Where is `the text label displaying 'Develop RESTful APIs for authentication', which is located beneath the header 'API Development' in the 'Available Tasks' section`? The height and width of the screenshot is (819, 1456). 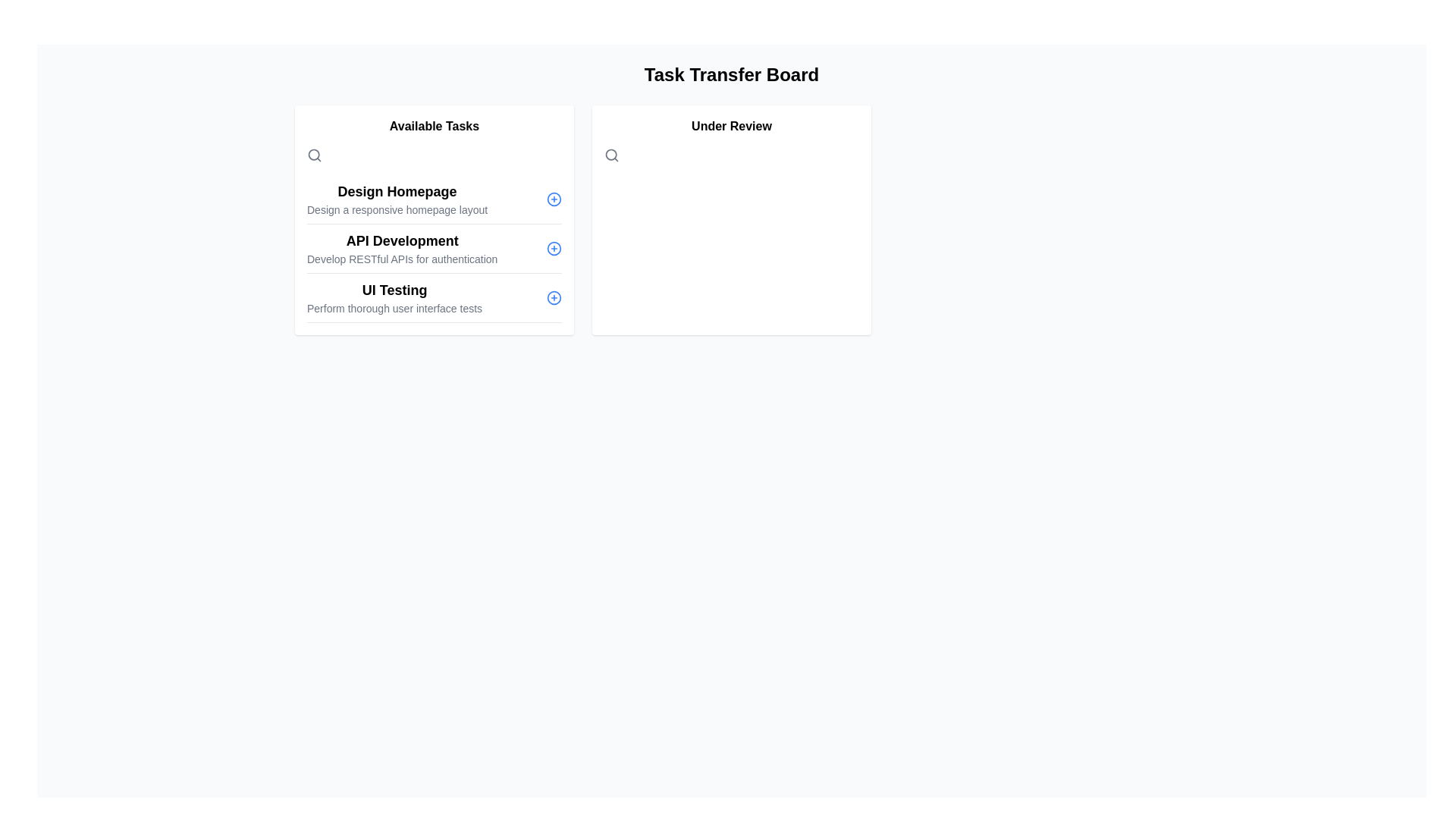 the text label displaying 'Develop RESTful APIs for authentication', which is located beneath the header 'API Development' in the 'Available Tasks' section is located at coordinates (402, 259).